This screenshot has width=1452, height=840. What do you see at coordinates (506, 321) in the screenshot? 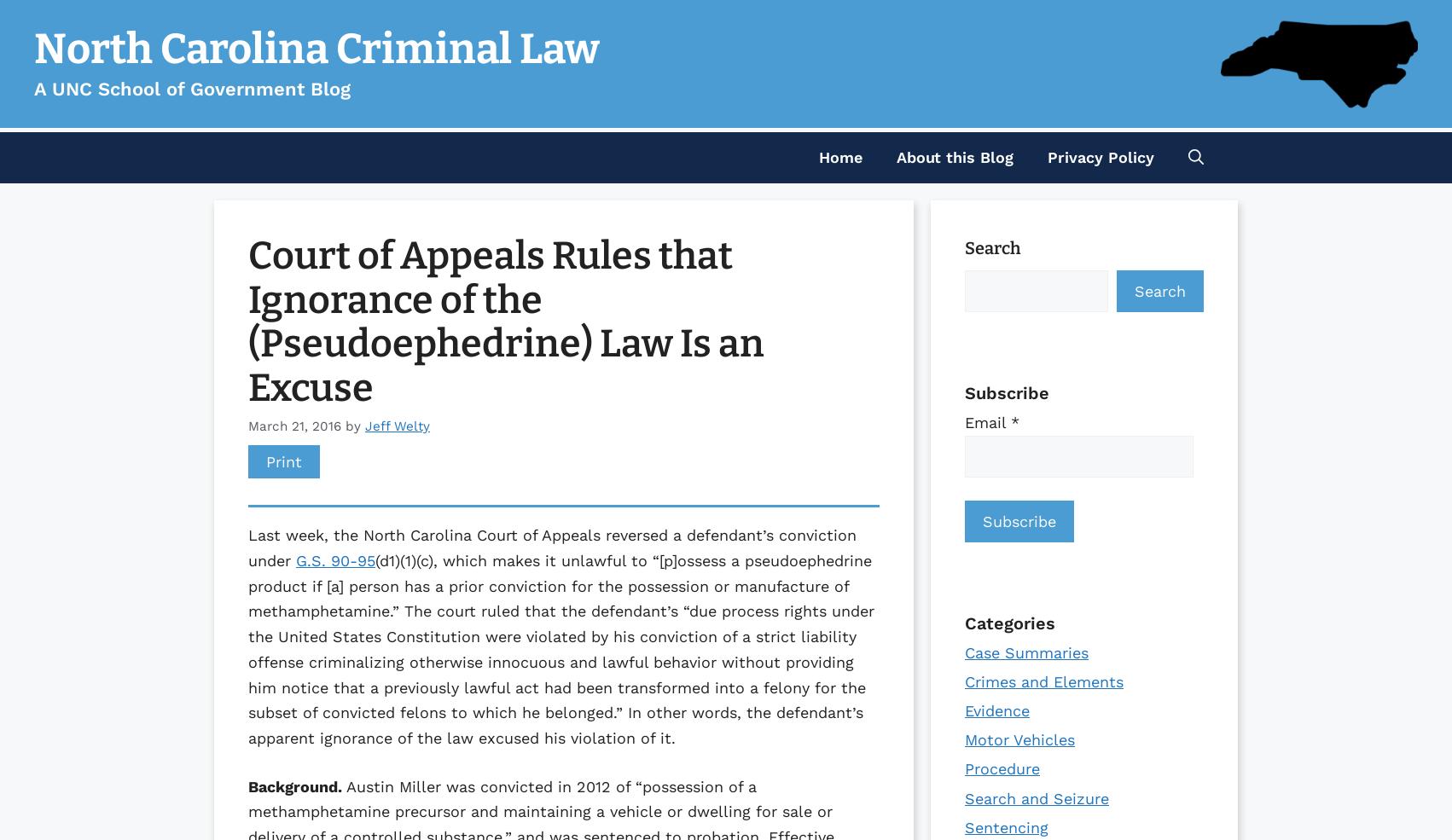
I see `'Court of Appeals Rules that Ignorance of the (Pseudoephedrine) Law Is an Excuse'` at bounding box center [506, 321].